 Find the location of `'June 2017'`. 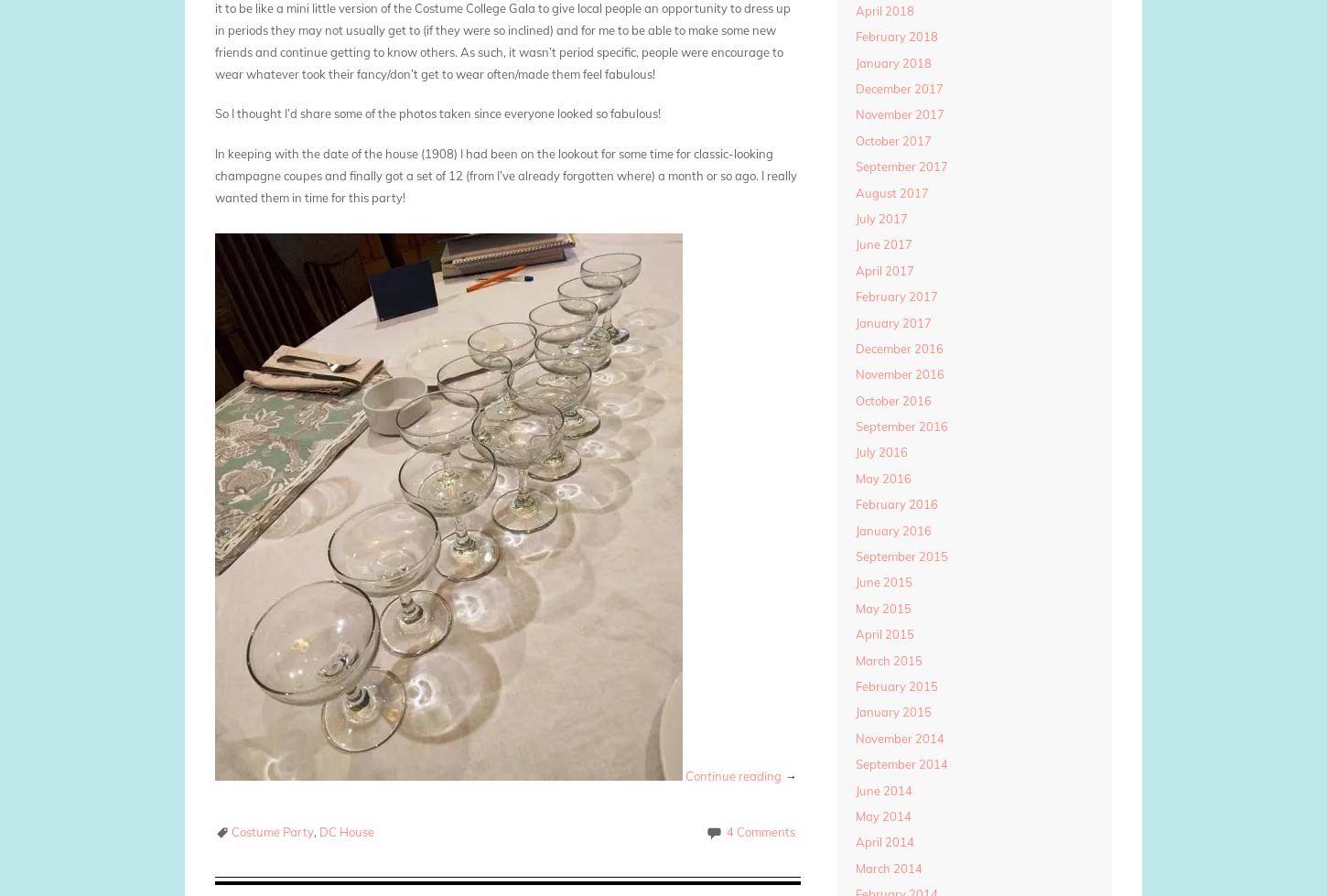

'June 2017' is located at coordinates (881, 243).